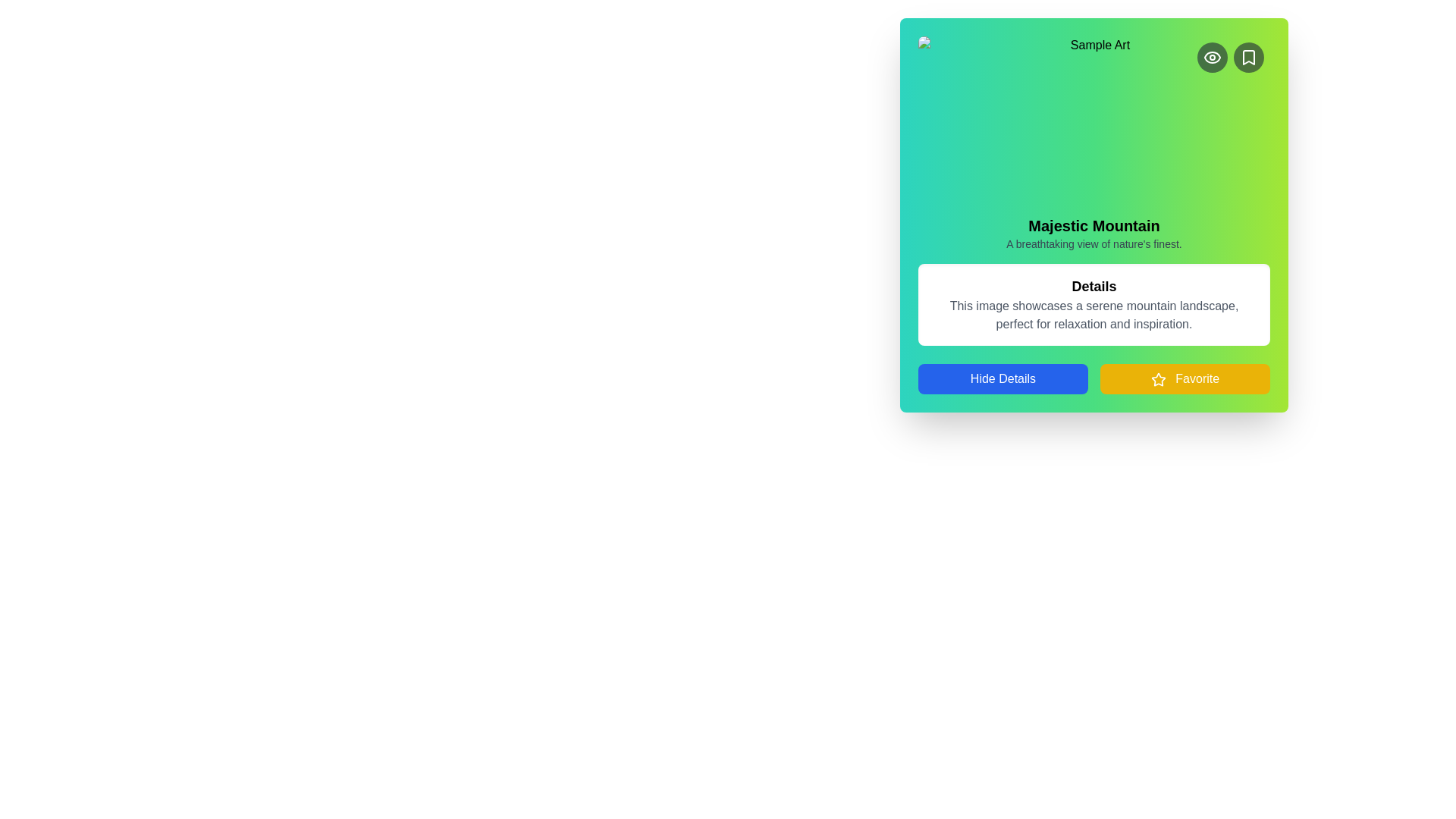  Describe the element at coordinates (1094, 315) in the screenshot. I see `descriptive text paragraph located below the 'Details' header in the green and yellow gradient card interface` at that location.